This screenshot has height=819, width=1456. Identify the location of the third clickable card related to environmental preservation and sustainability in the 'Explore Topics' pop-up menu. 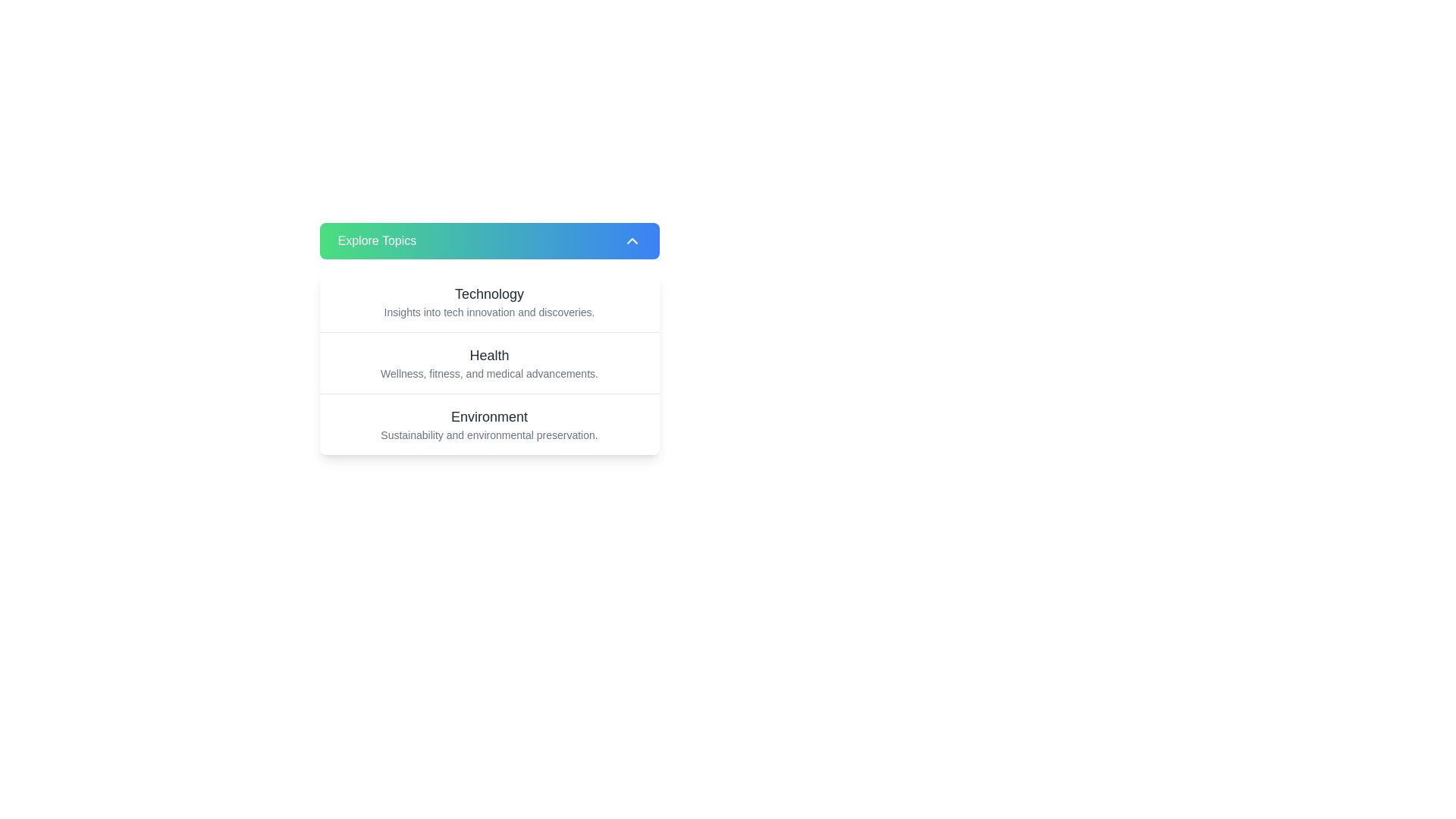
(489, 424).